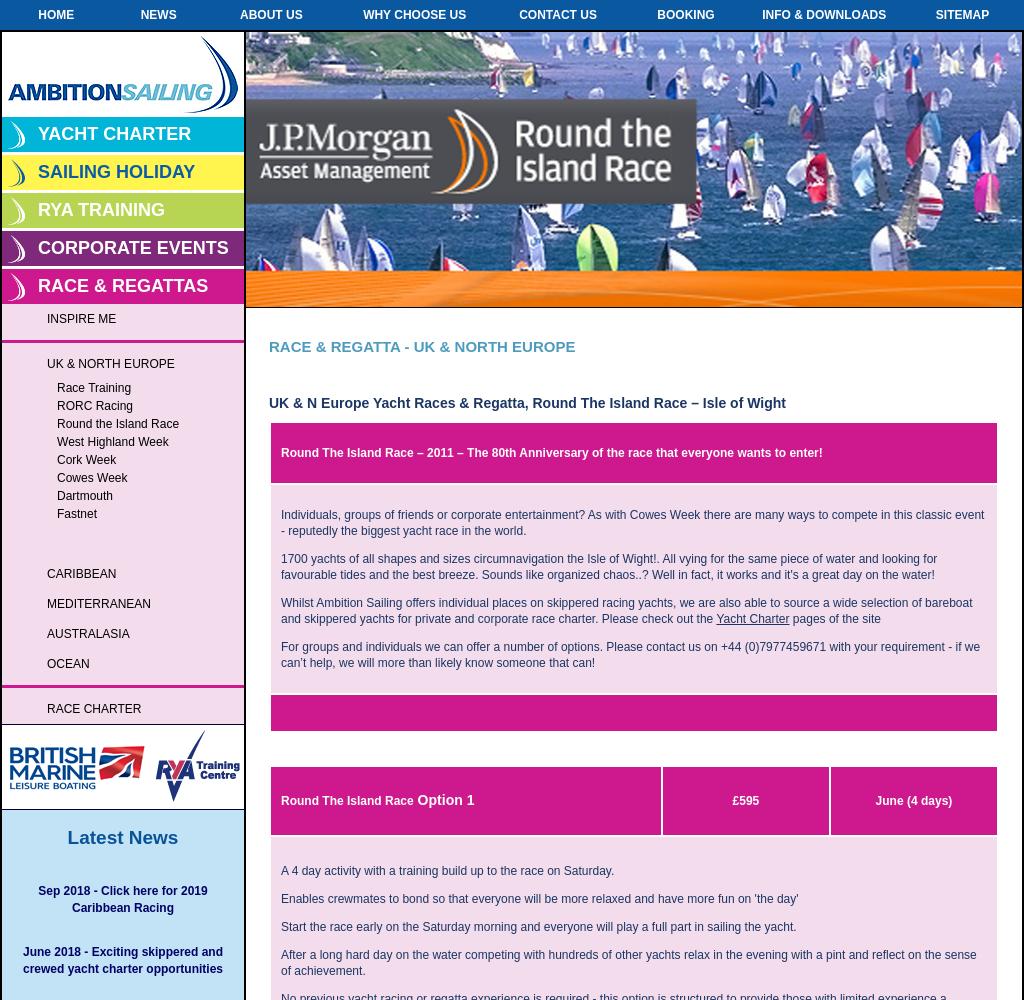 This screenshot has height=1000, width=1024. What do you see at coordinates (95, 406) in the screenshot?
I see `'RORC Racing'` at bounding box center [95, 406].